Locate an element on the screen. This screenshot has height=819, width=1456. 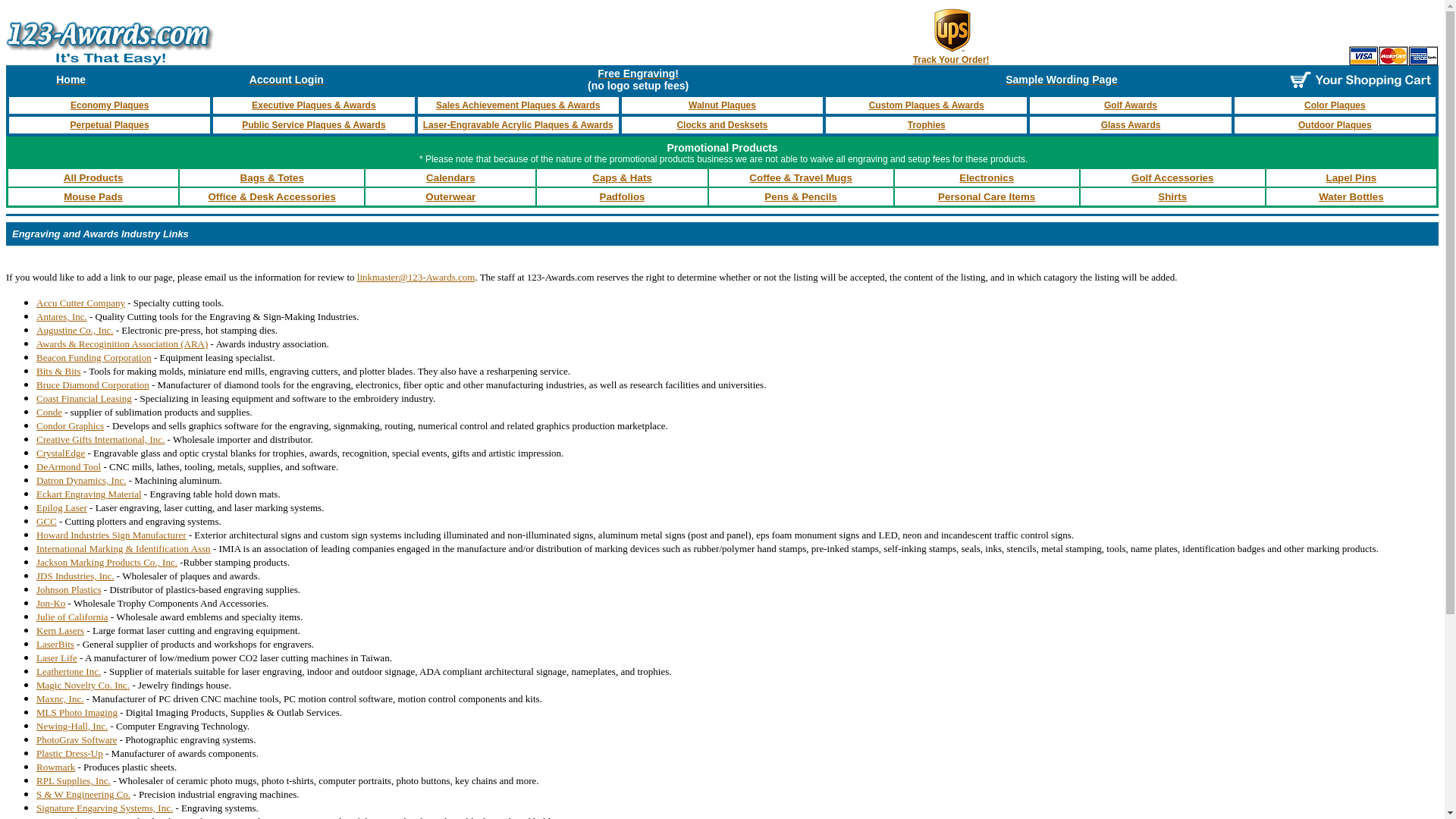
'Newing-Hall, Inc.' is located at coordinates (71, 725).